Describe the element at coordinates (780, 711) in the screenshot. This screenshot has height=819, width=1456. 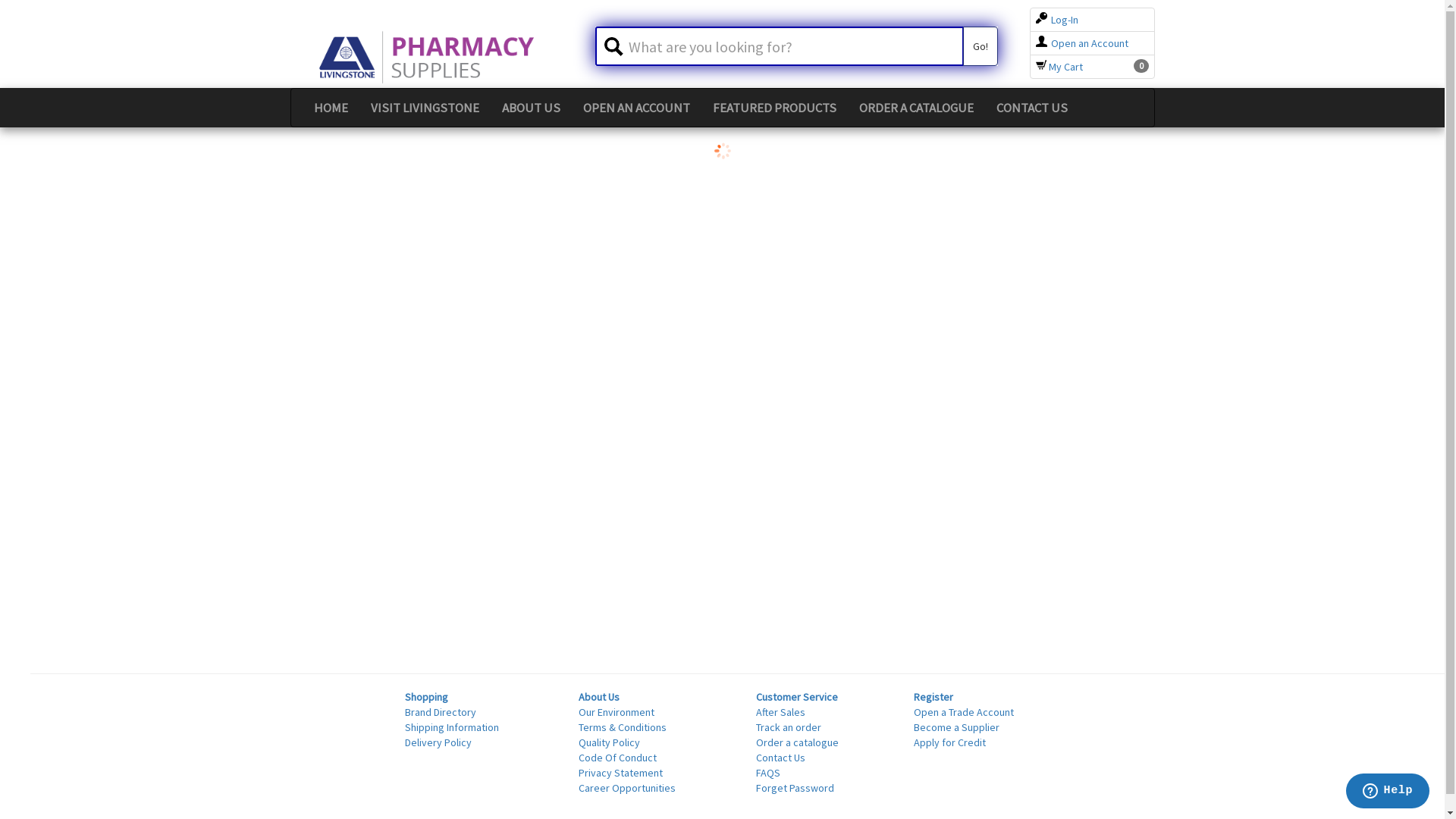
I see `'After Sales'` at that location.